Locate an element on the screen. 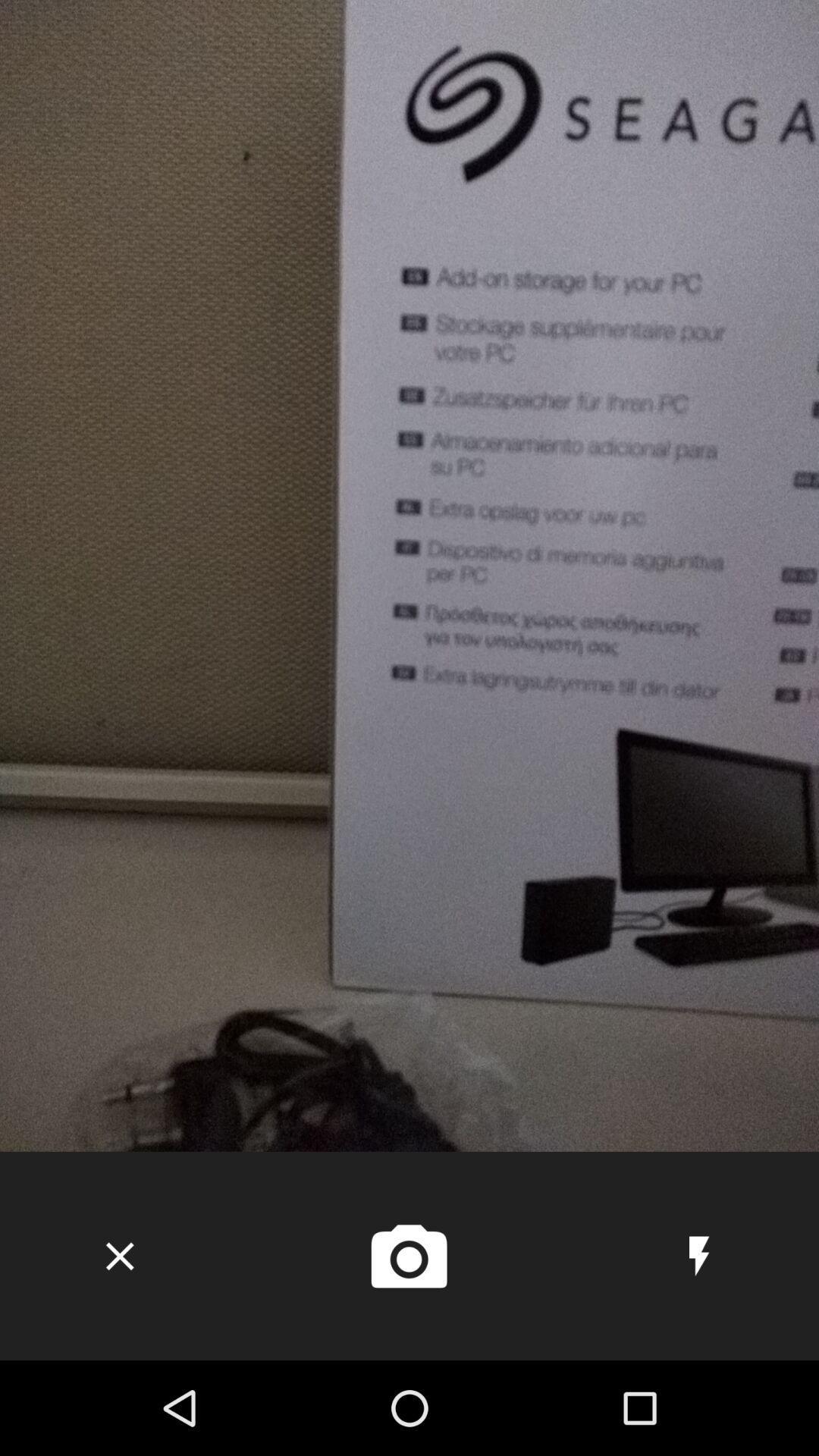 The width and height of the screenshot is (819, 1456). item at the bottom right corner is located at coordinates (699, 1256).